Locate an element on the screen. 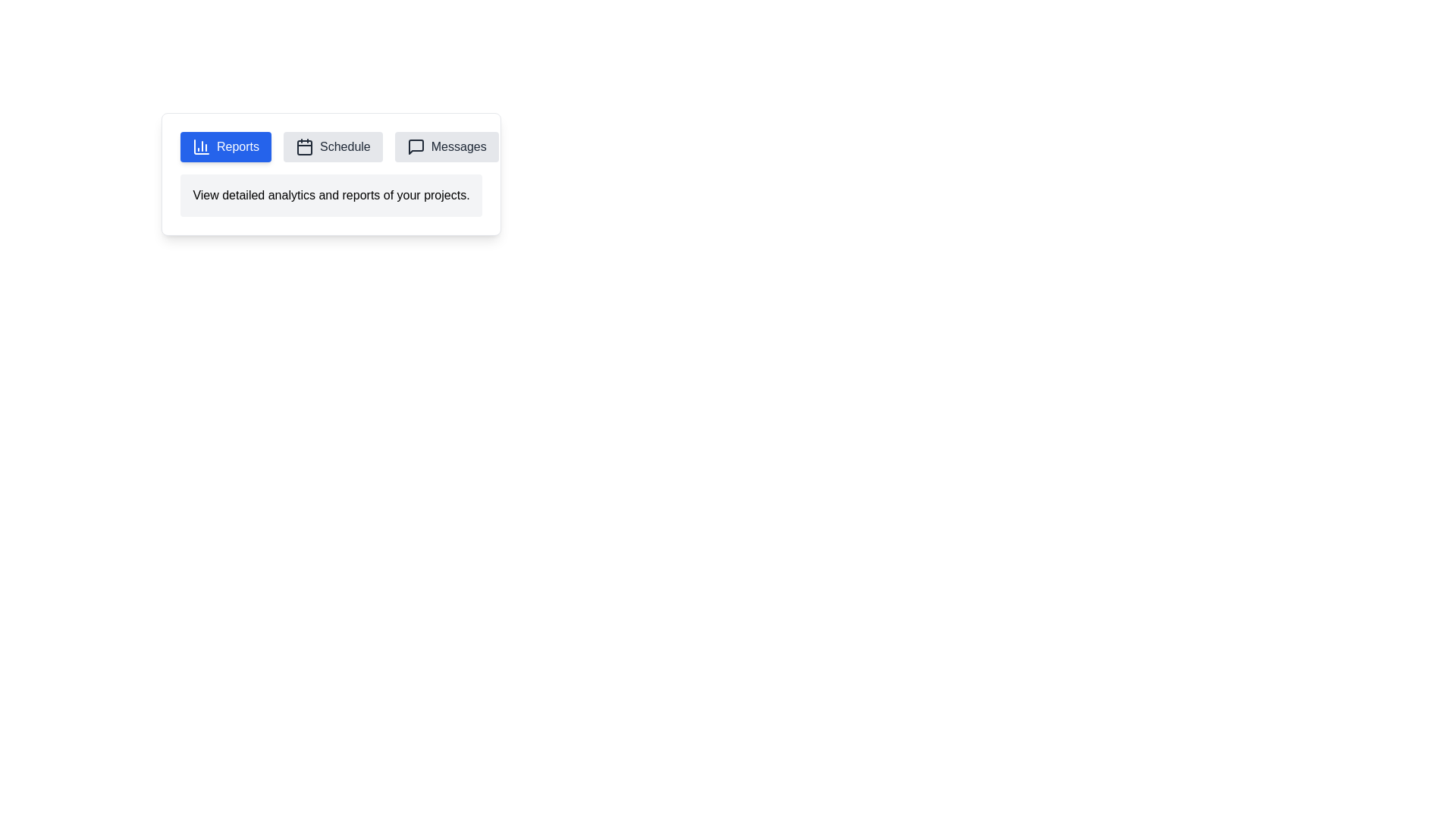 This screenshot has height=819, width=1456. the tab labeled Reports is located at coordinates (224, 146).